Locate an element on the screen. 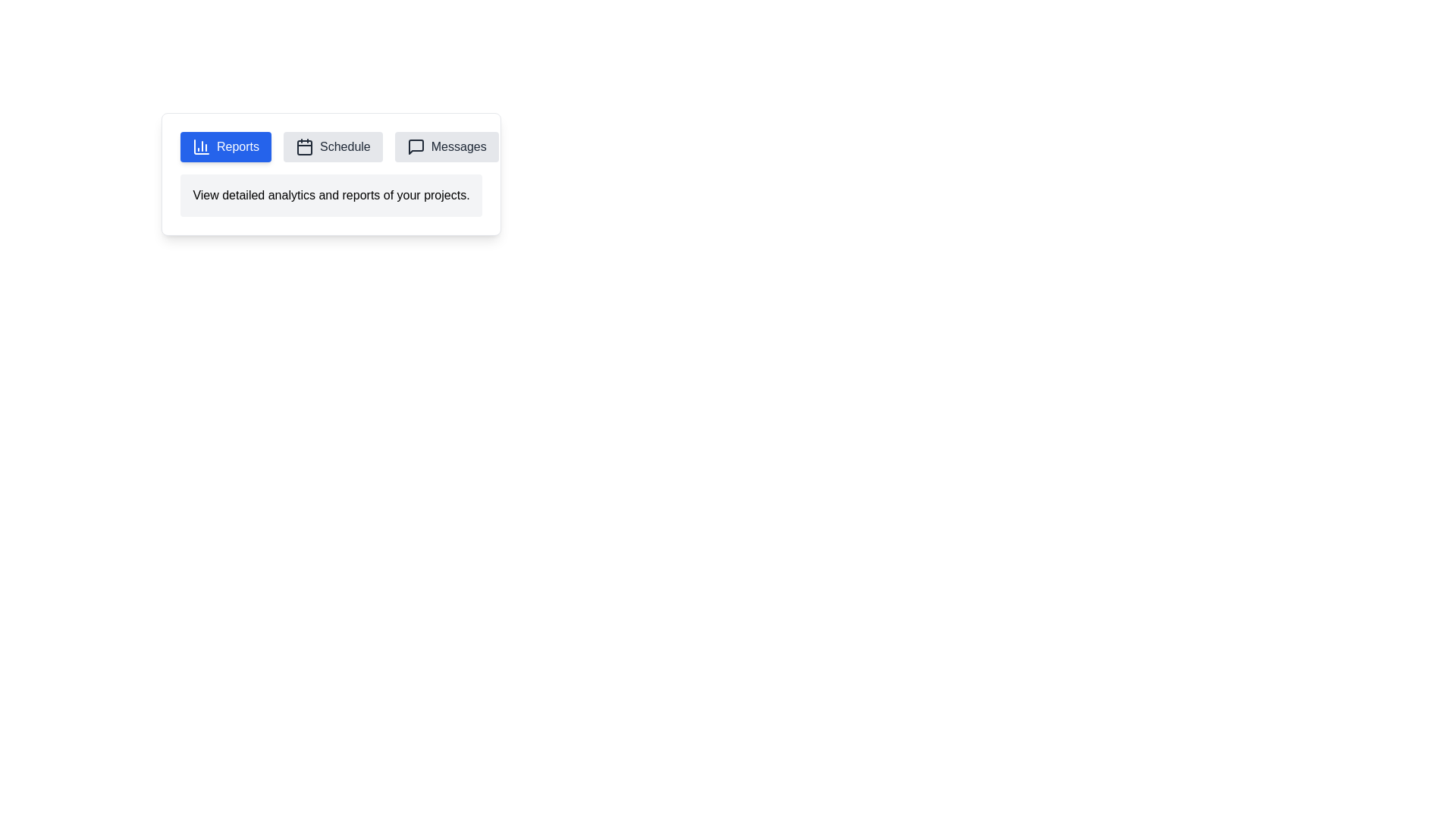 This screenshot has height=819, width=1456. the tab labeled Reports is located at coordinates (224, 146).